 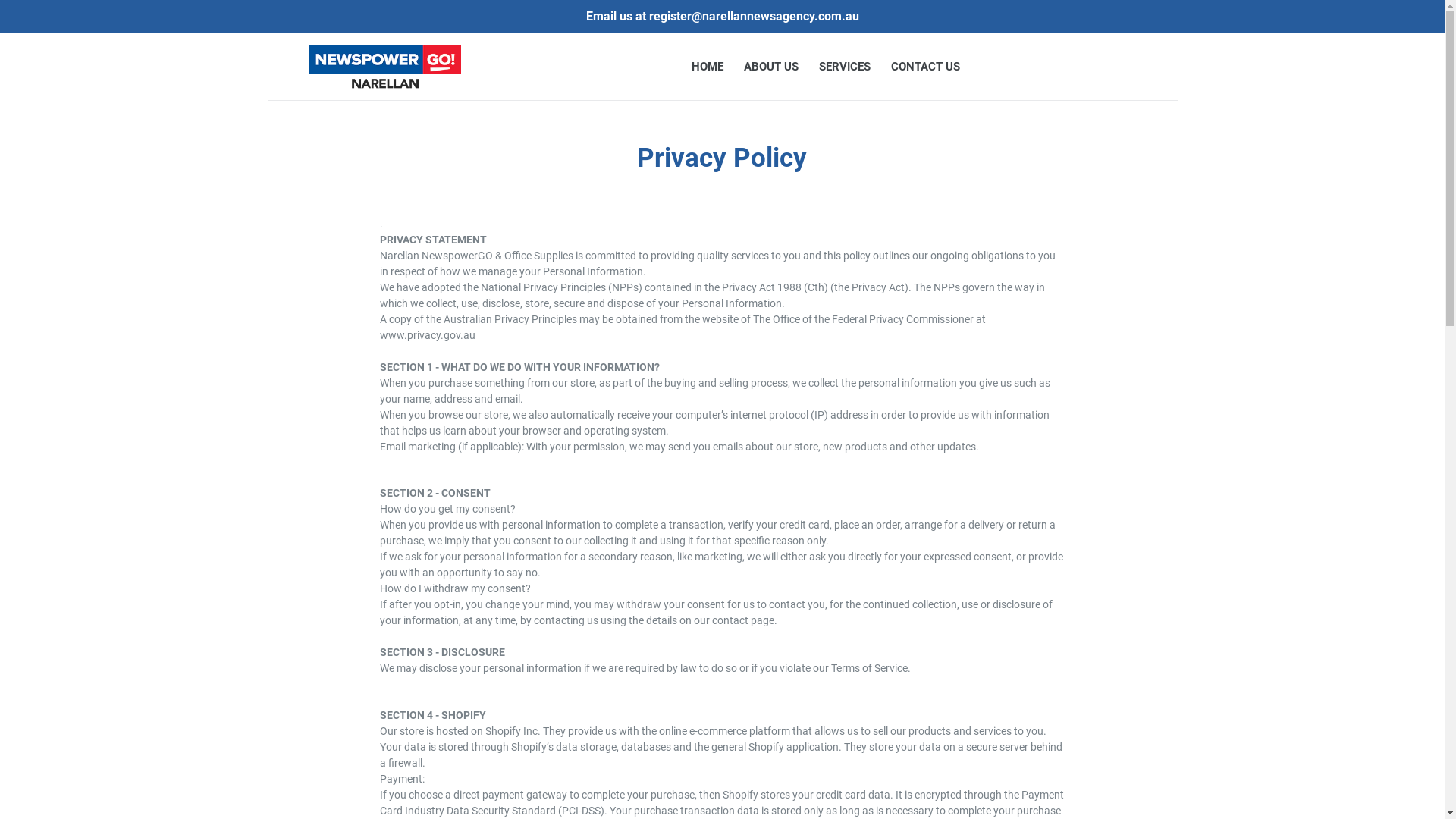 What do you see at coordinates (771, 66) in the screenshot?
I see `'ABOUT US'` at bounding box center [771, 66].